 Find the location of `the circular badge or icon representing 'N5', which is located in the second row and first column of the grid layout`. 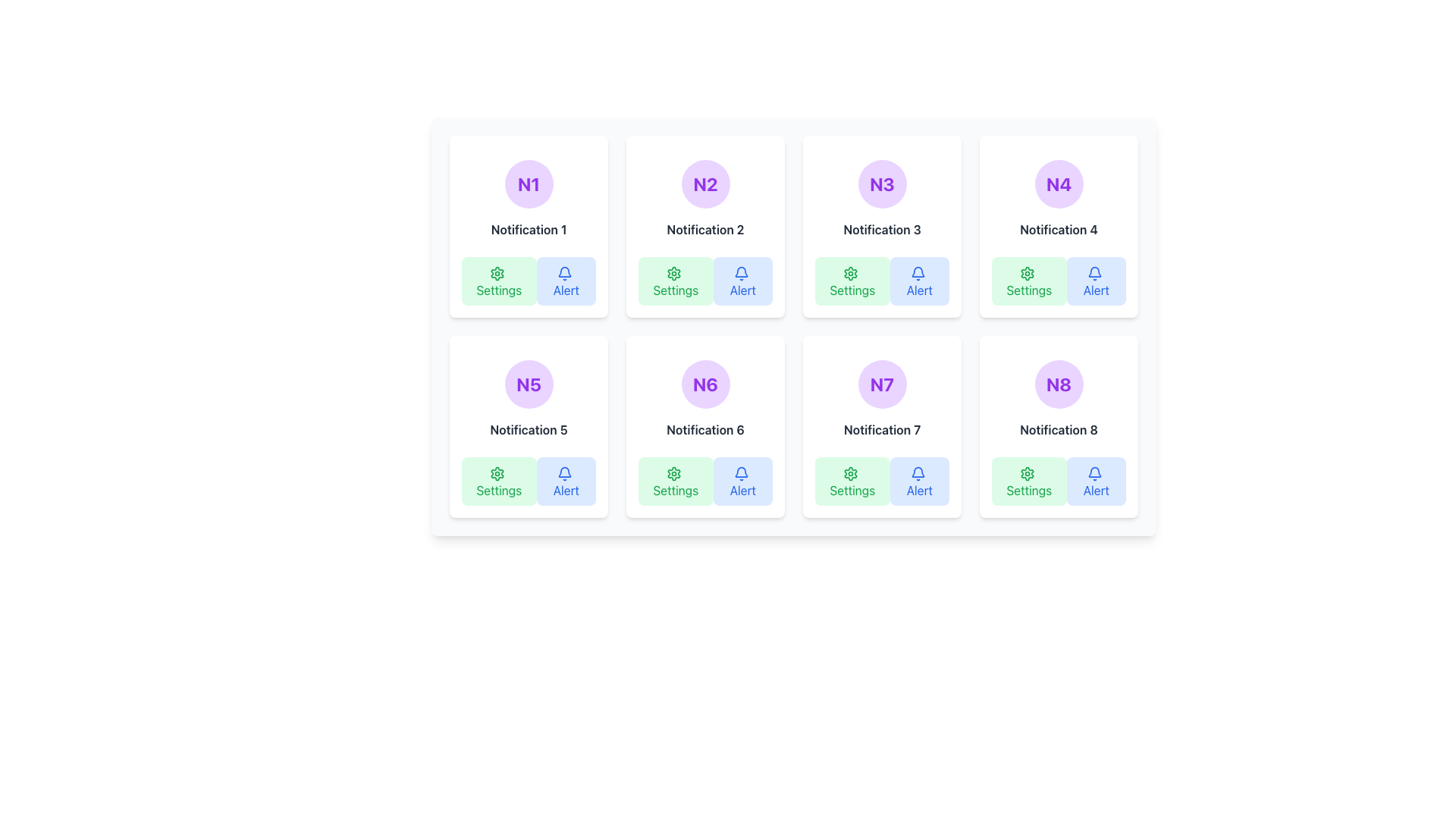

the circular badge or icon representing 'N5', which is located in the second row and first column of the grid layout is located at coordinates (529, 383).